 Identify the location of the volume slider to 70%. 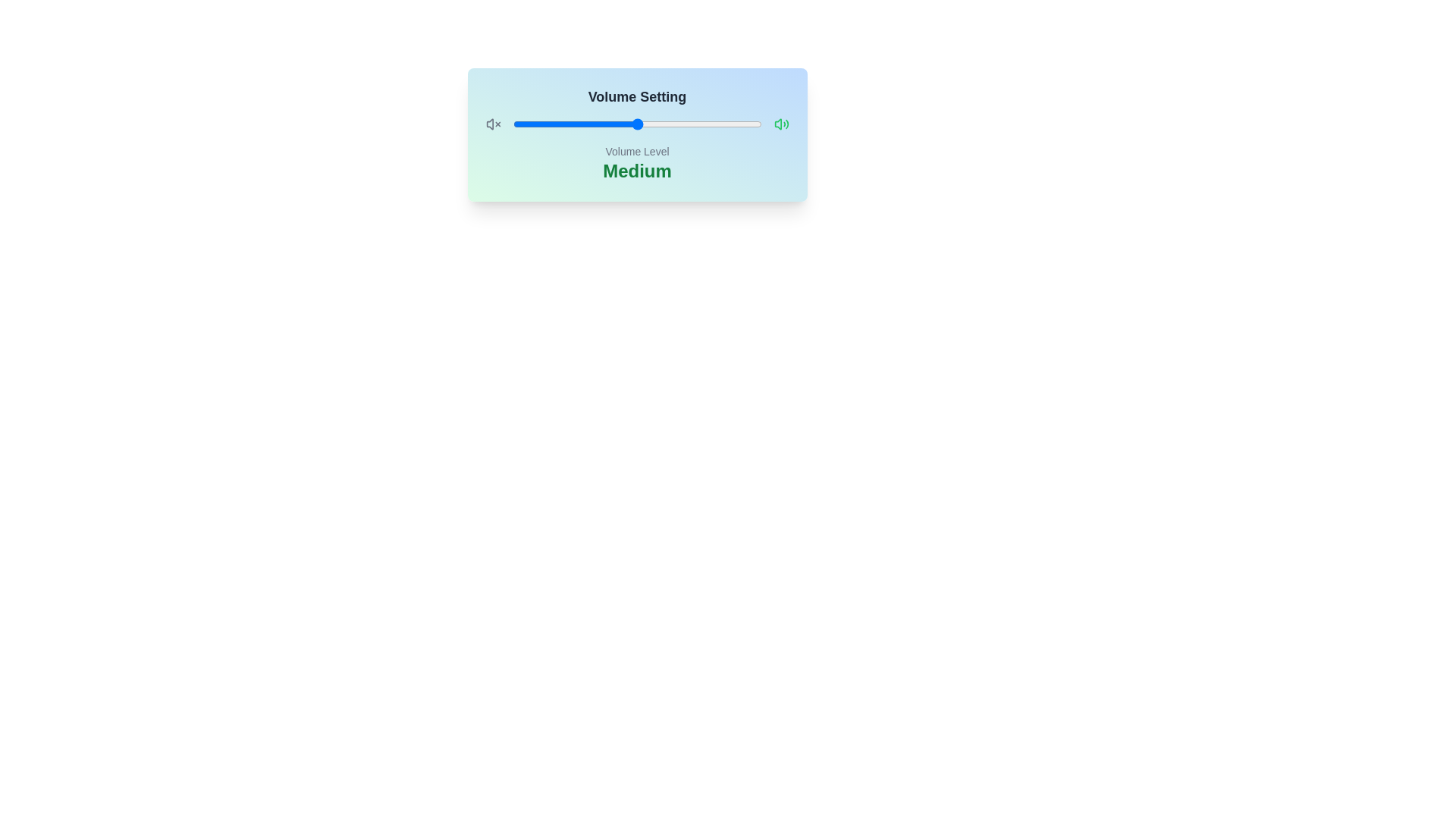
(686, 124).